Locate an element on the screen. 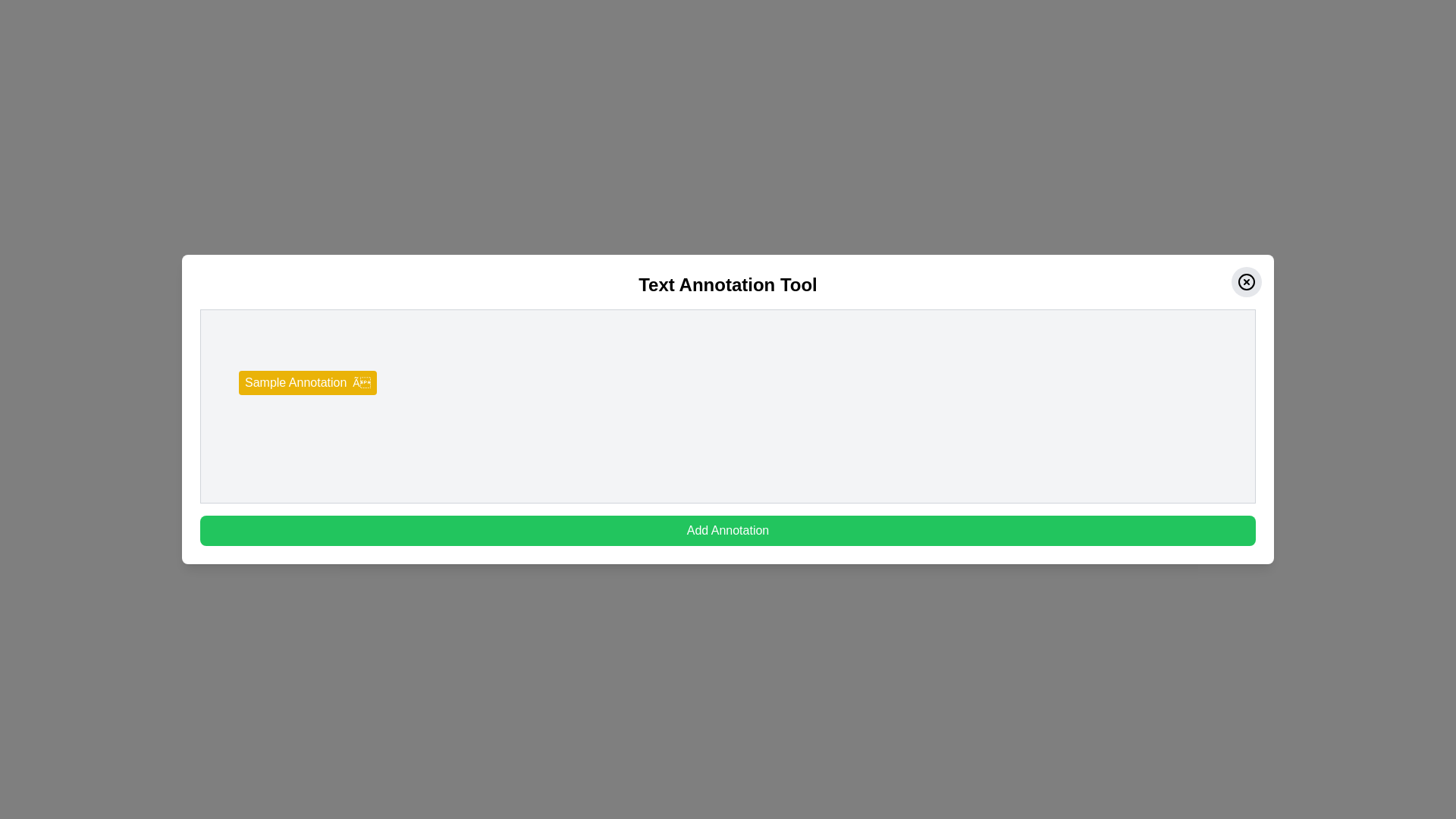  the remove button next to the annotation labeled 'Sample Annotation' is located at coordinates (360, 382).